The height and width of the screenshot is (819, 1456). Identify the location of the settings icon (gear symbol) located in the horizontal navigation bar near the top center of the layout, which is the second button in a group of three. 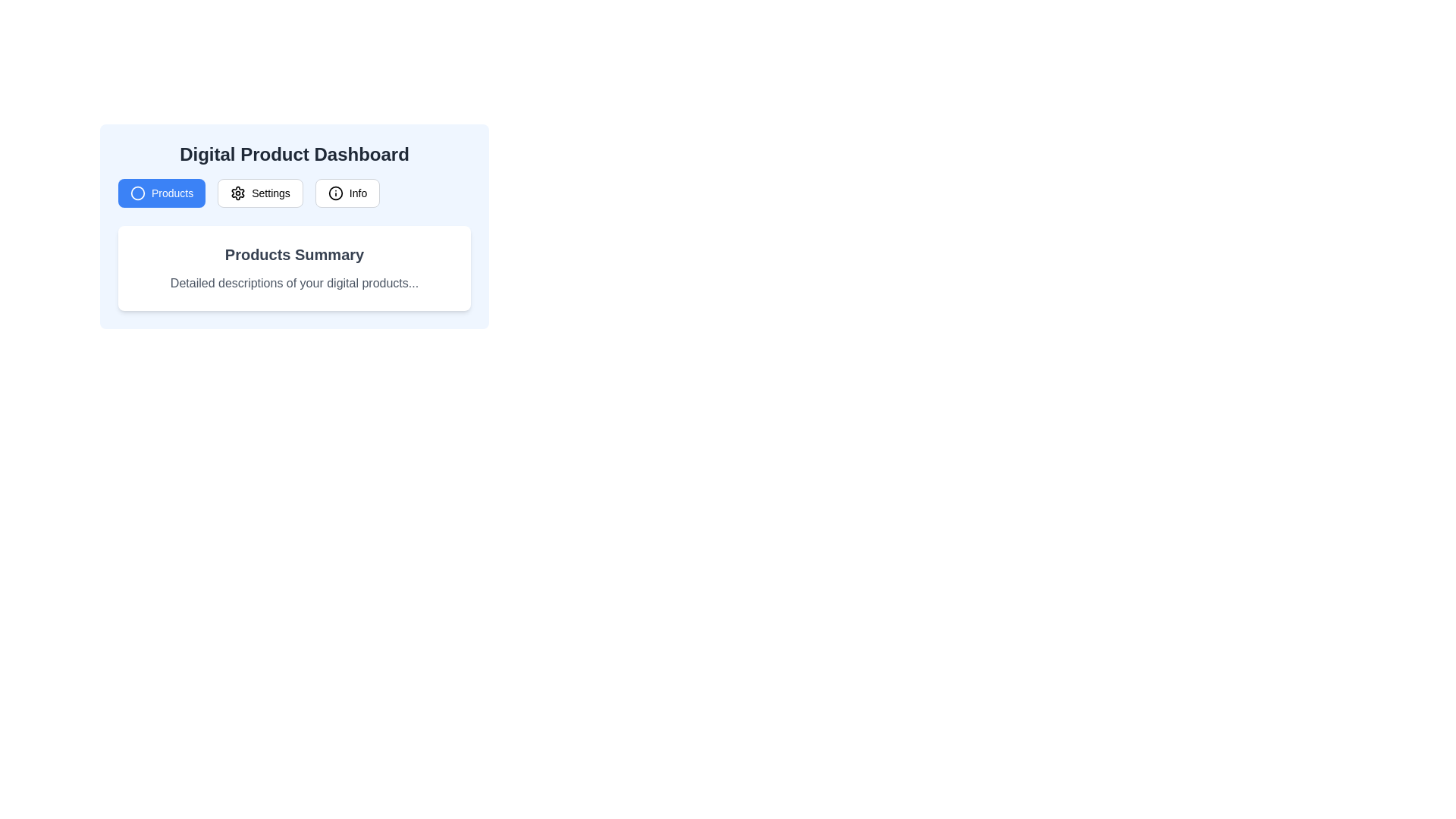
(237, 192).